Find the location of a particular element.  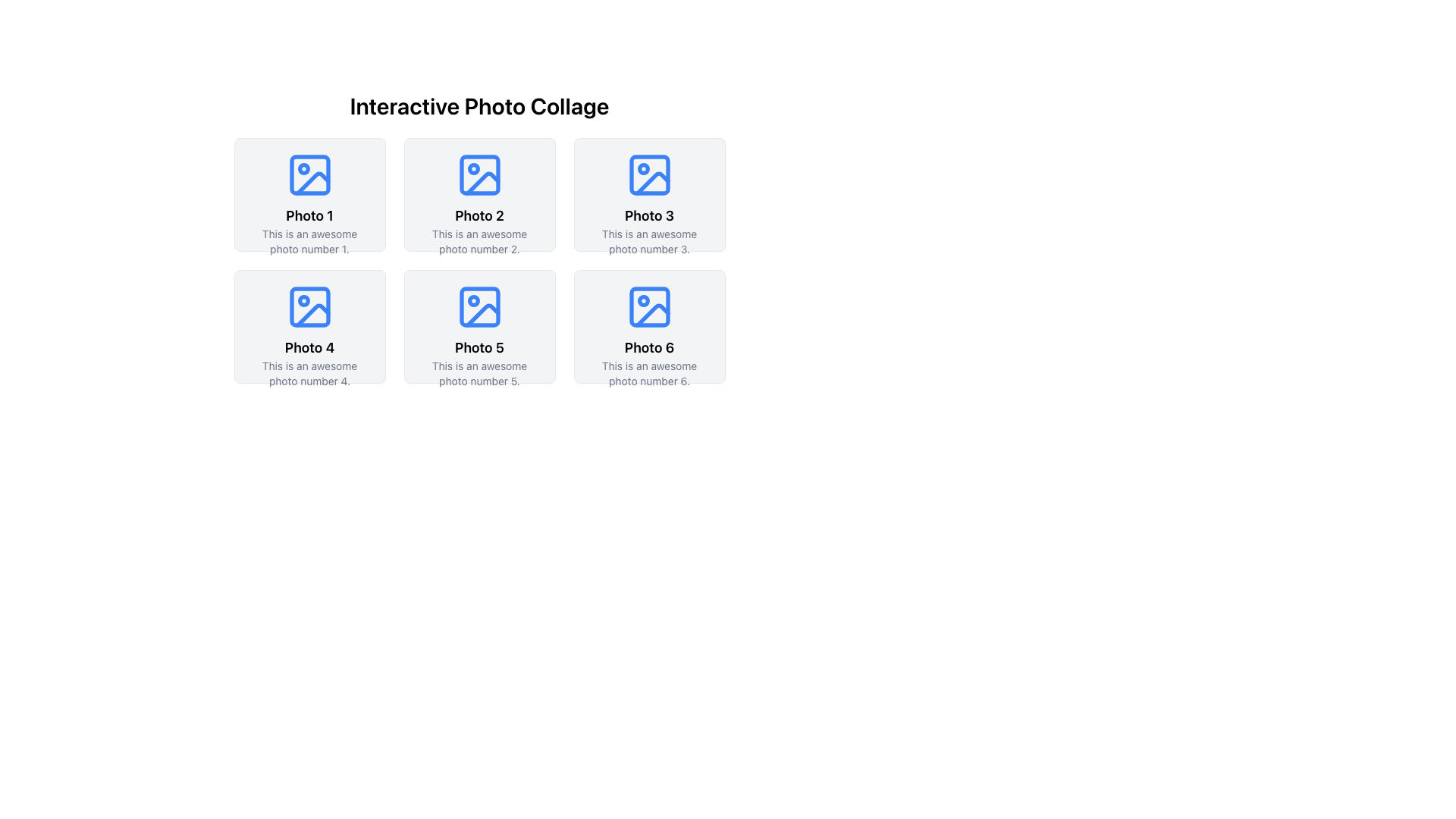

text label located in the fourth item of a six-item grid, which serves as a descriptive title for the associated photo, positioned below an image icon and above descriptive text is located at coordinates (309, 348).